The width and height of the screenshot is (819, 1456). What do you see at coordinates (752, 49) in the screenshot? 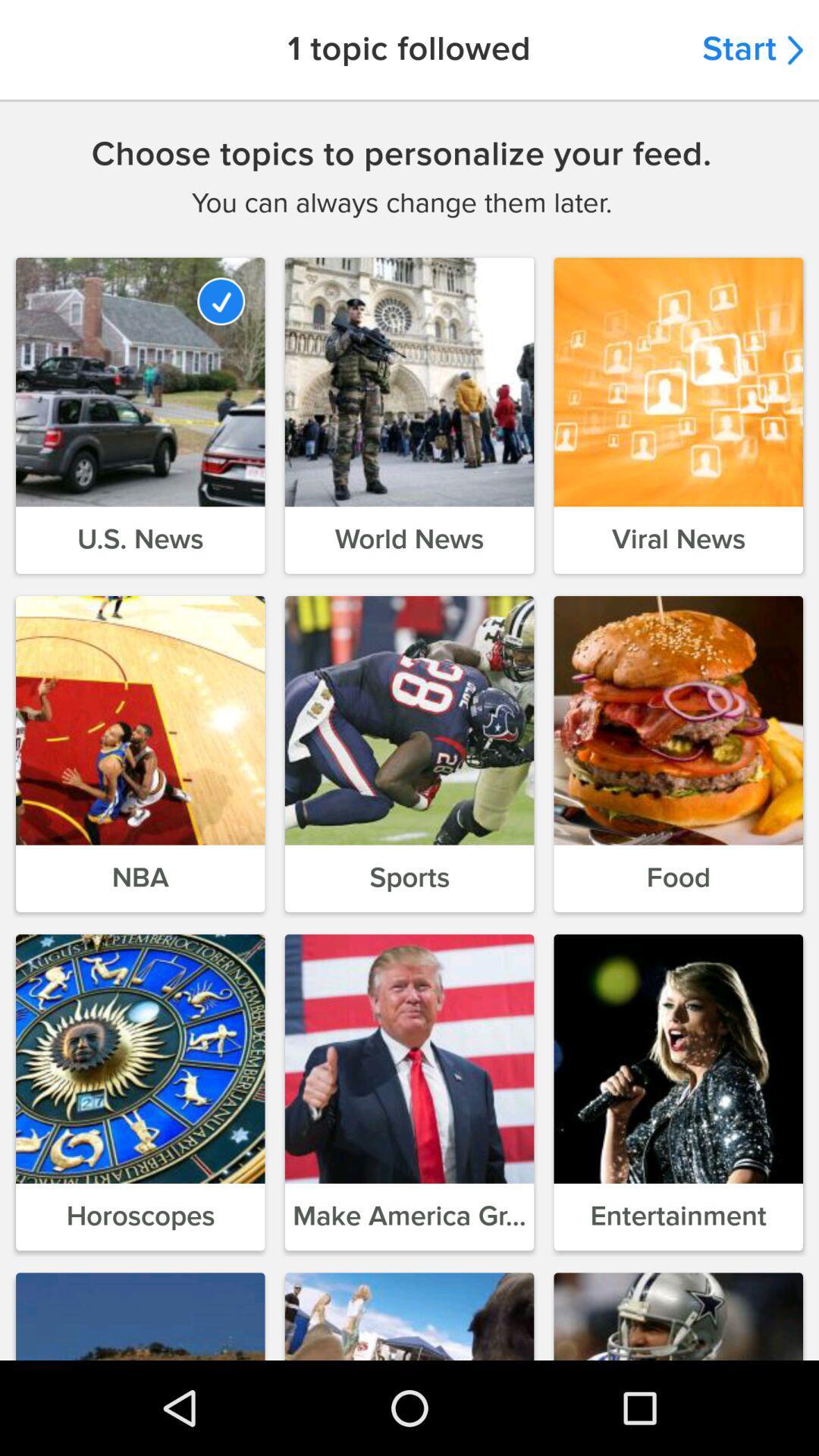
I see `the item to the right of the 1 topic followed` at bounding box center [752, 49].